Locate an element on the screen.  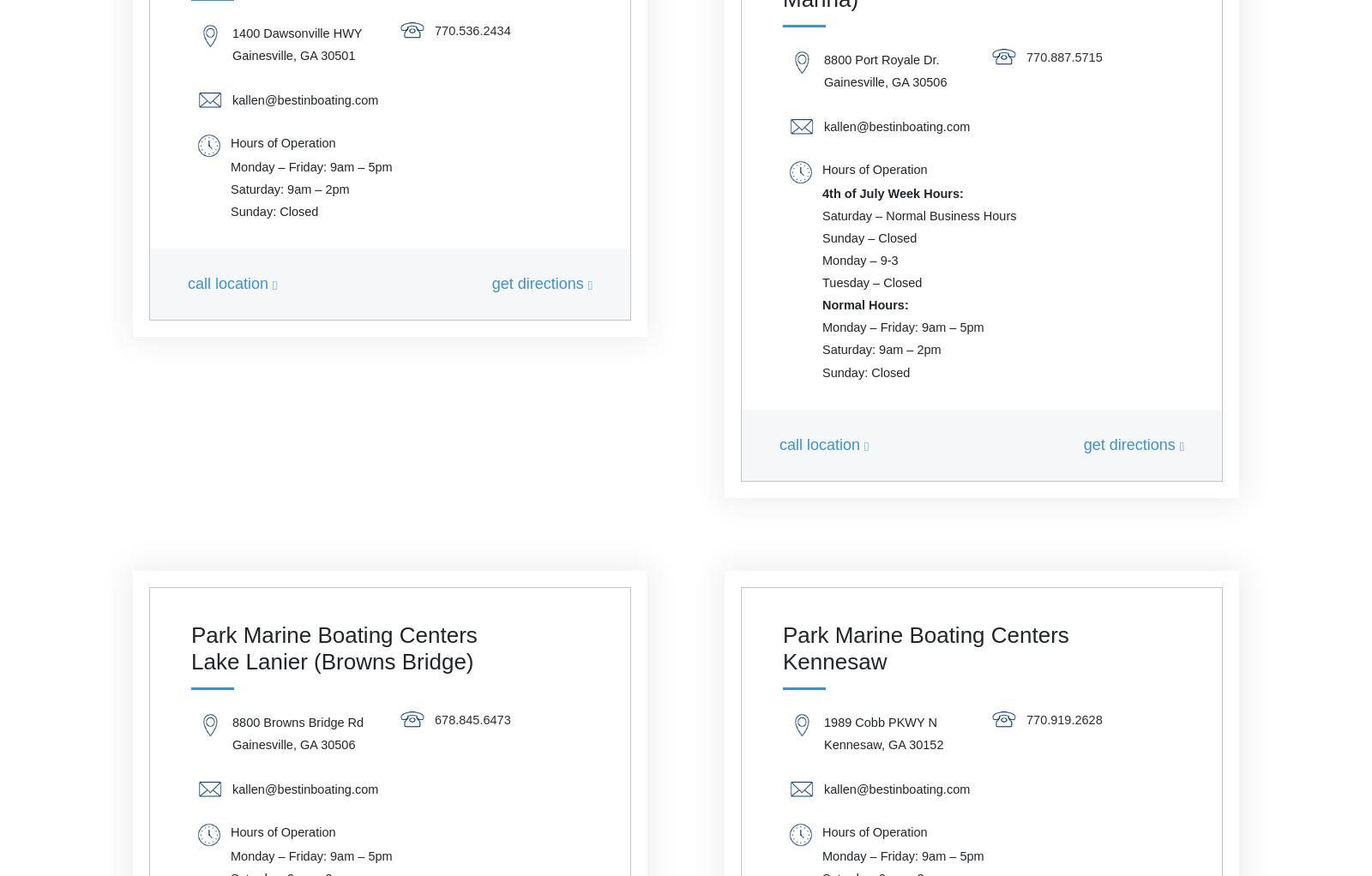
'Tuesday – Closed' is located at coordinates (871, 283).